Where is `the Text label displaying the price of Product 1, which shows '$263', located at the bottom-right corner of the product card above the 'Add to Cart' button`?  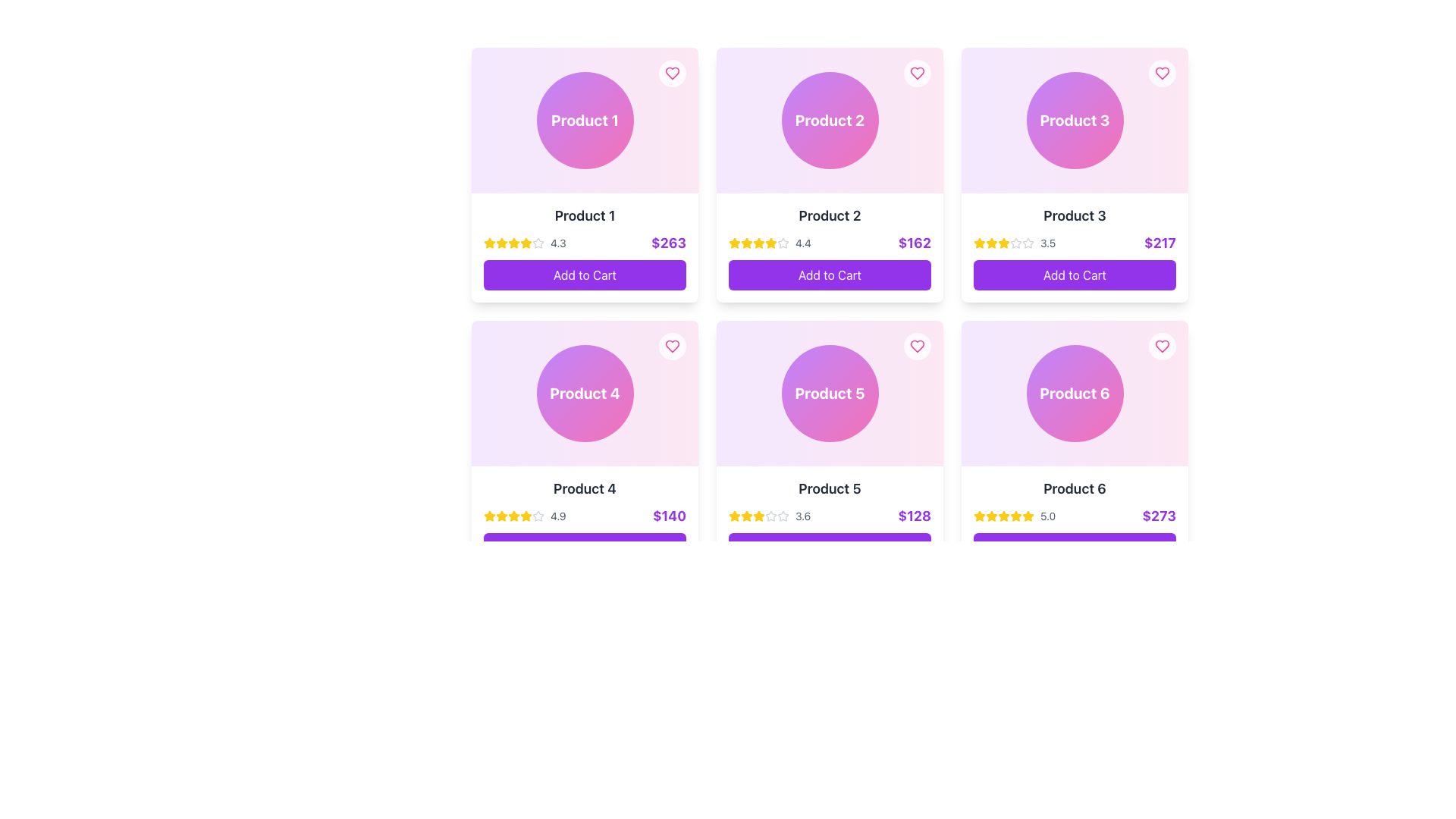
the Text label displaying the price of Product 1, which shows '$263', located at the bottom-right corner of the product card above the 'Add to Cart' button is located at coordinates (668, 242).